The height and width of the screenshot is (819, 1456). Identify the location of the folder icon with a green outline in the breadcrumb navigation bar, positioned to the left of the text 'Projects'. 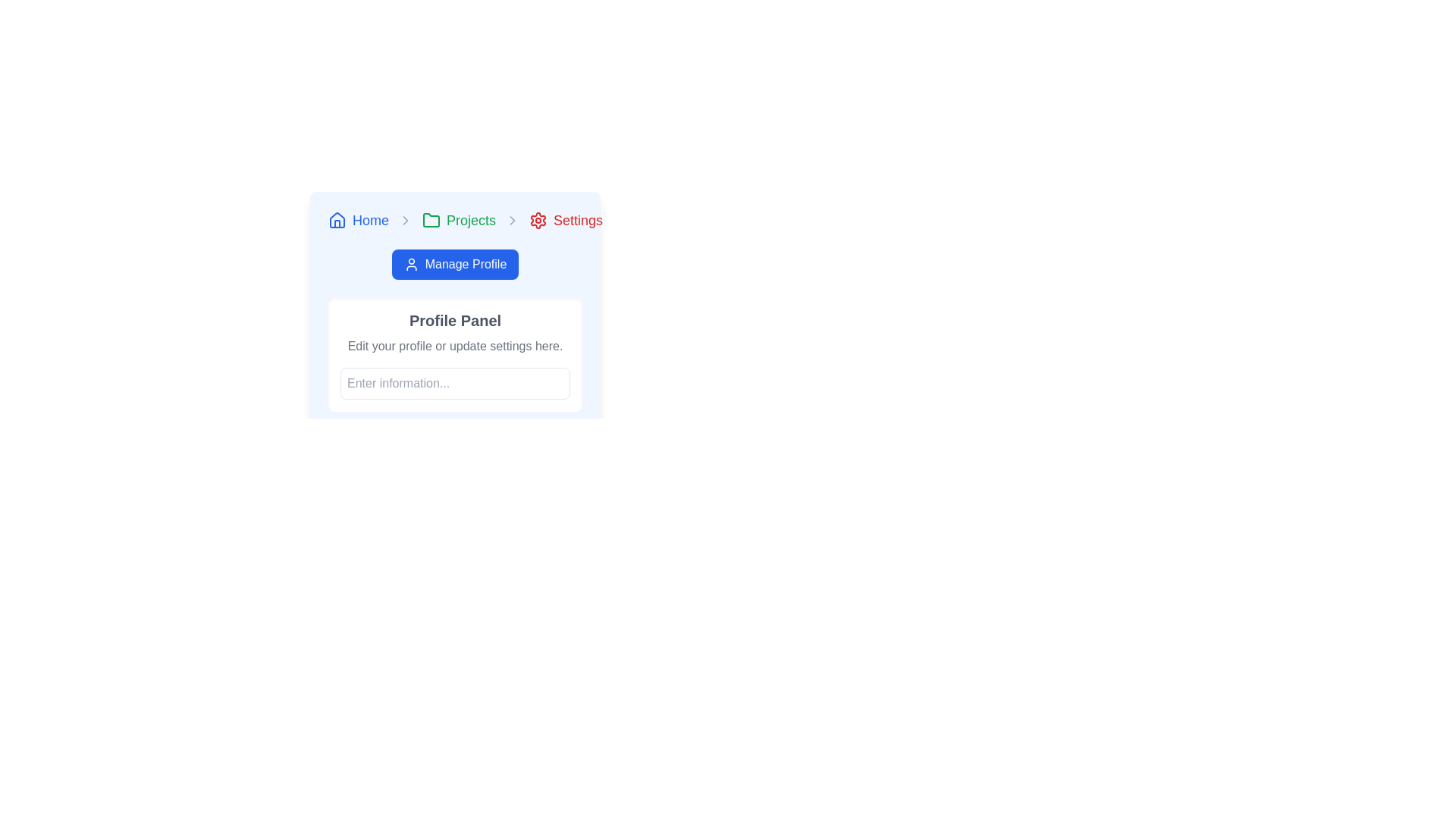
(431, 220).